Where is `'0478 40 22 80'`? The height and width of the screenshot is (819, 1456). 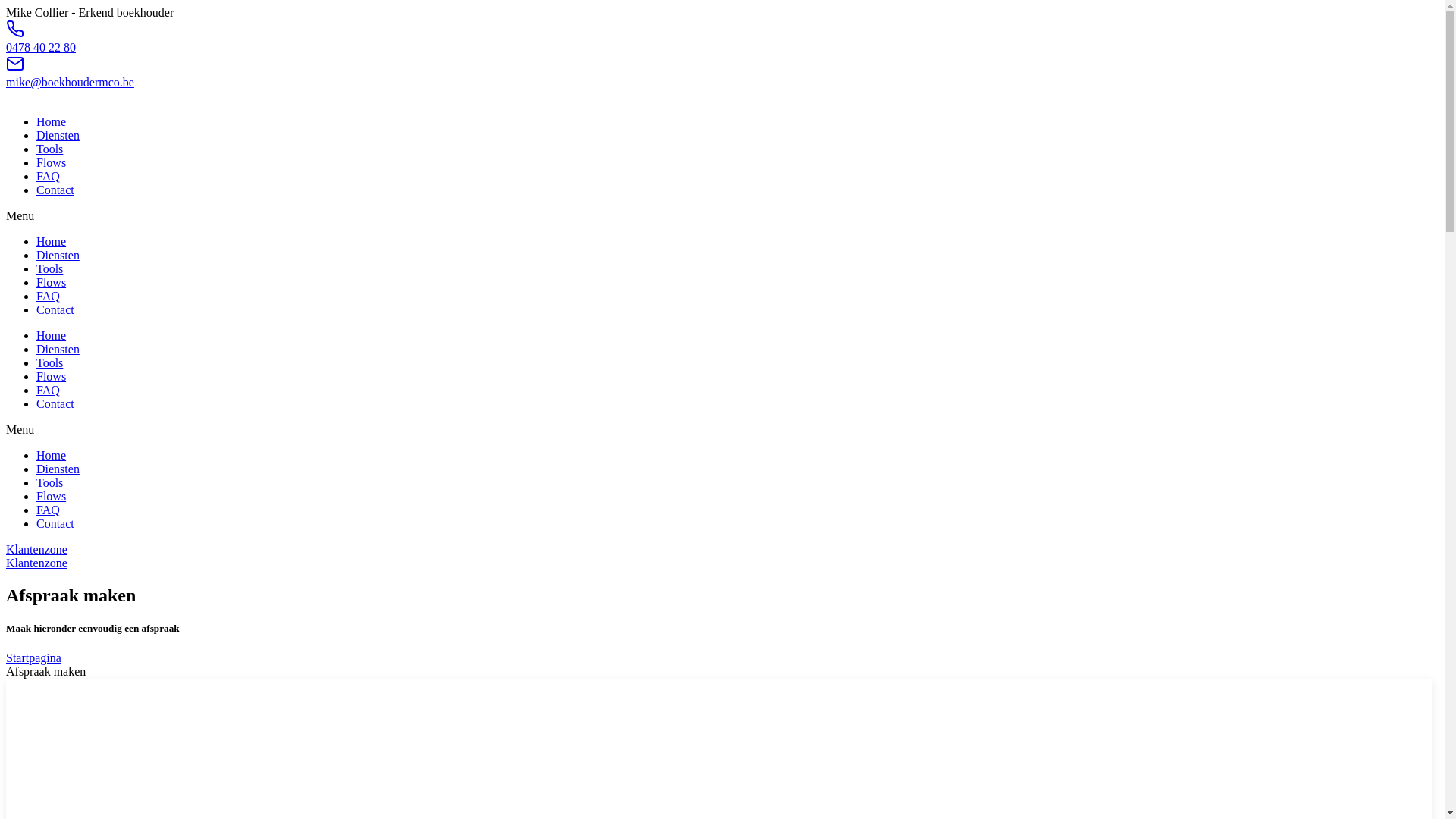
'0478 40 22 80' is located at coordinates (40, 46).